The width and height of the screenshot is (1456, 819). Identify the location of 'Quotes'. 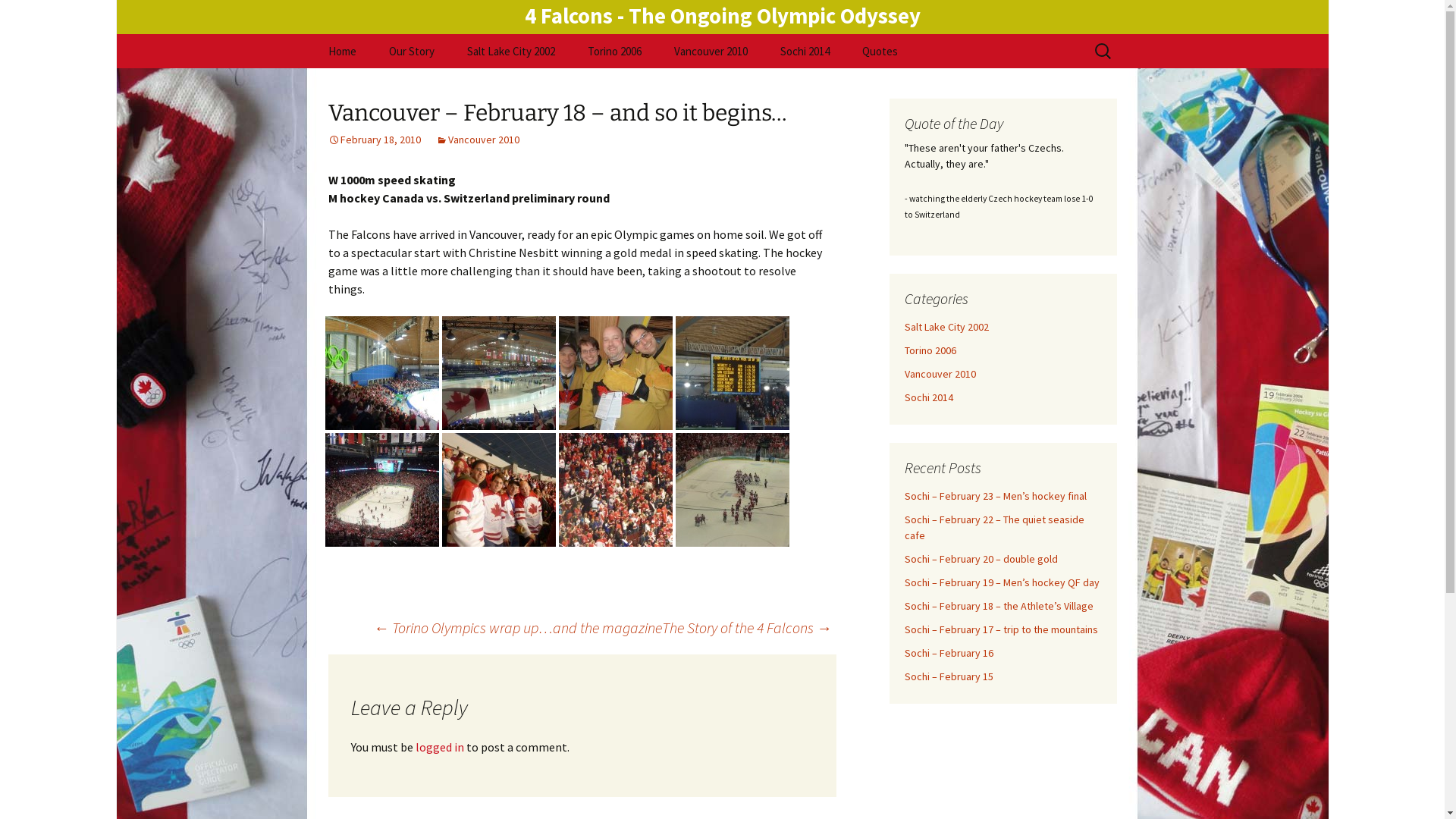
(846, 50).